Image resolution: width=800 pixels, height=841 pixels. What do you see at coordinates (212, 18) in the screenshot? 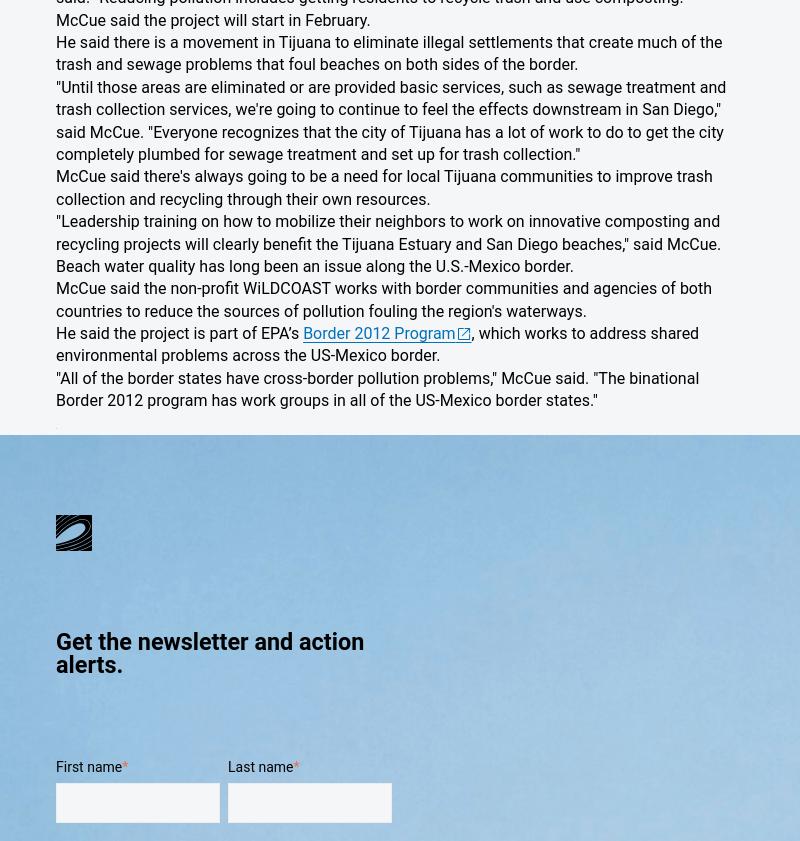
I see `'McCue said the project will start in February.'` at bounding box center [212, 18].